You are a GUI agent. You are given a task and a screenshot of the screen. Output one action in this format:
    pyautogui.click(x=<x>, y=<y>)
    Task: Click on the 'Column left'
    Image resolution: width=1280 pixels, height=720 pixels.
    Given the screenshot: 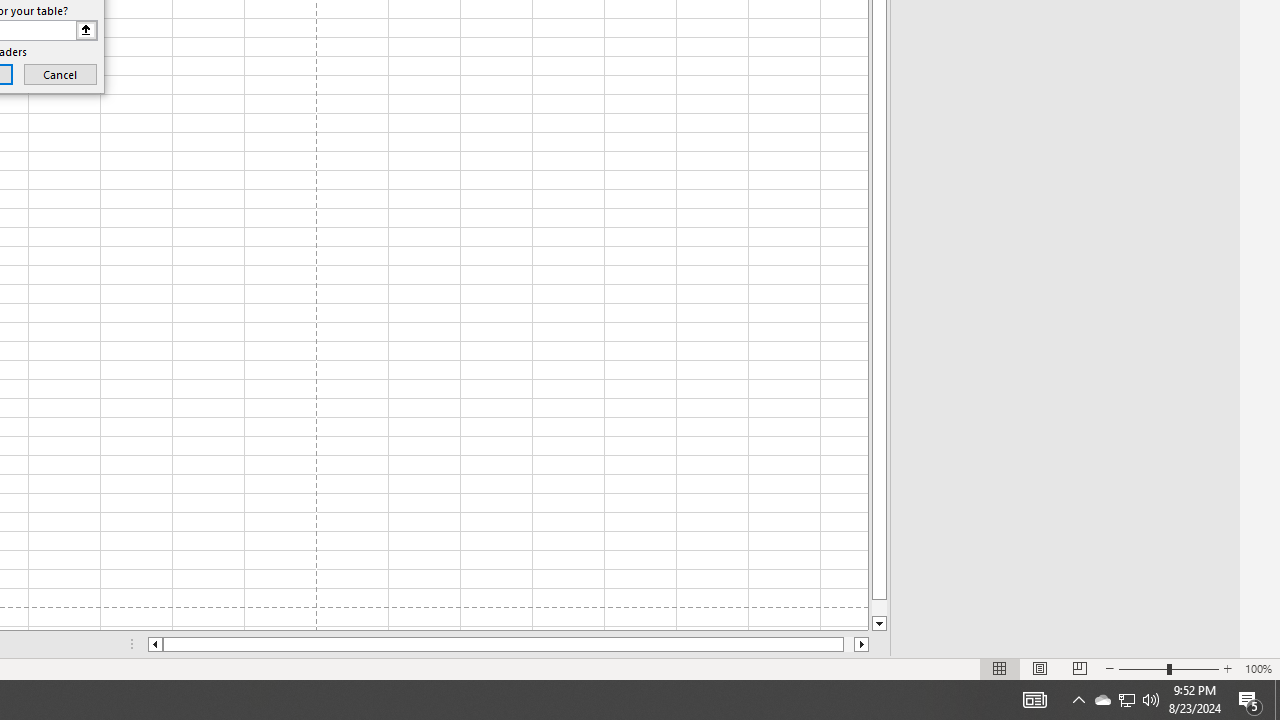 What is the action you would take?
    pyautogui.click(x=153, y=644)
    